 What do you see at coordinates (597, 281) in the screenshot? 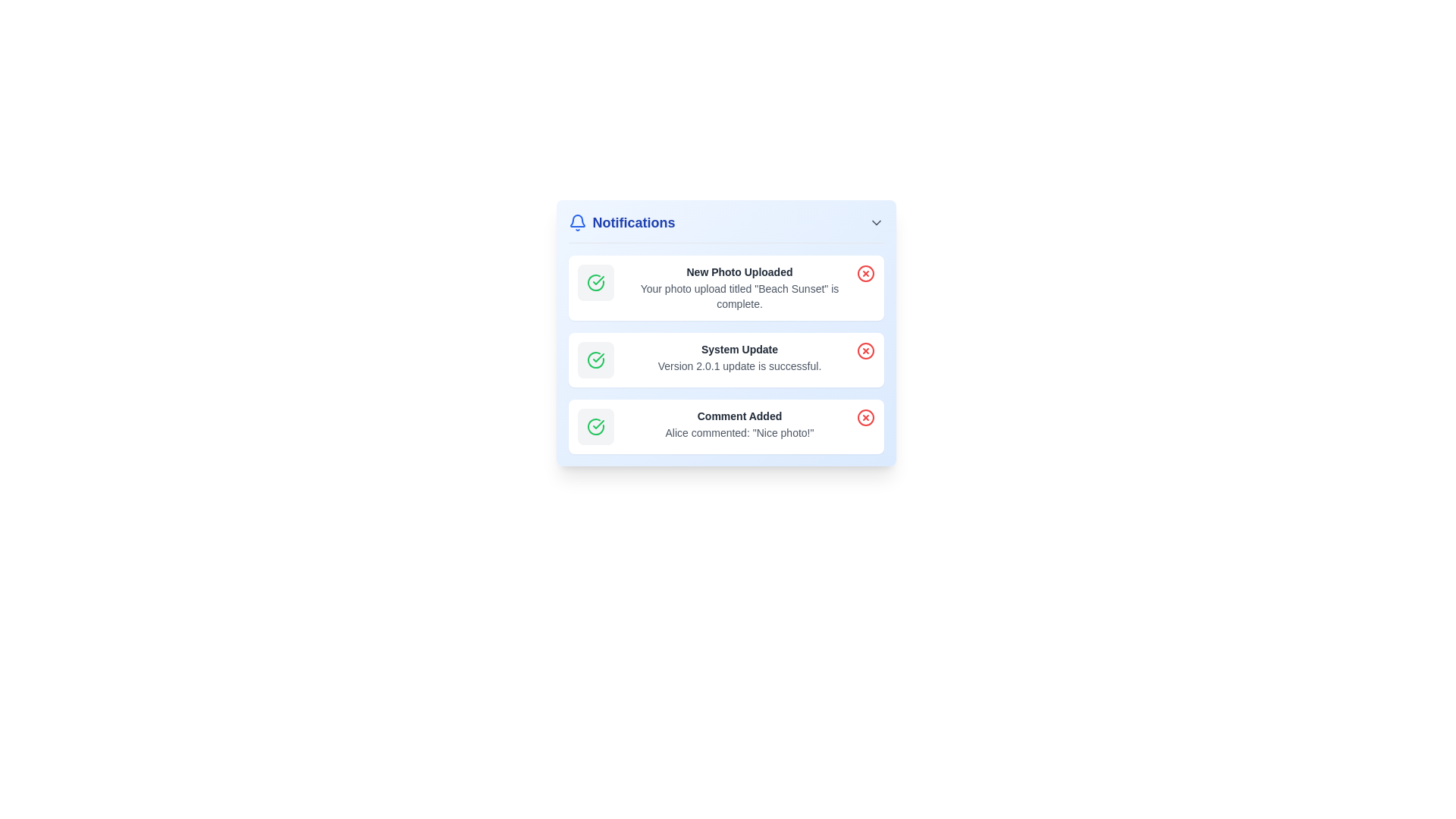
I see `the green checkmark icon within a circular outline, which indicates a successful status, located to the left of the 'System Update' text in the notification interface` at bounding box center [597, 281].